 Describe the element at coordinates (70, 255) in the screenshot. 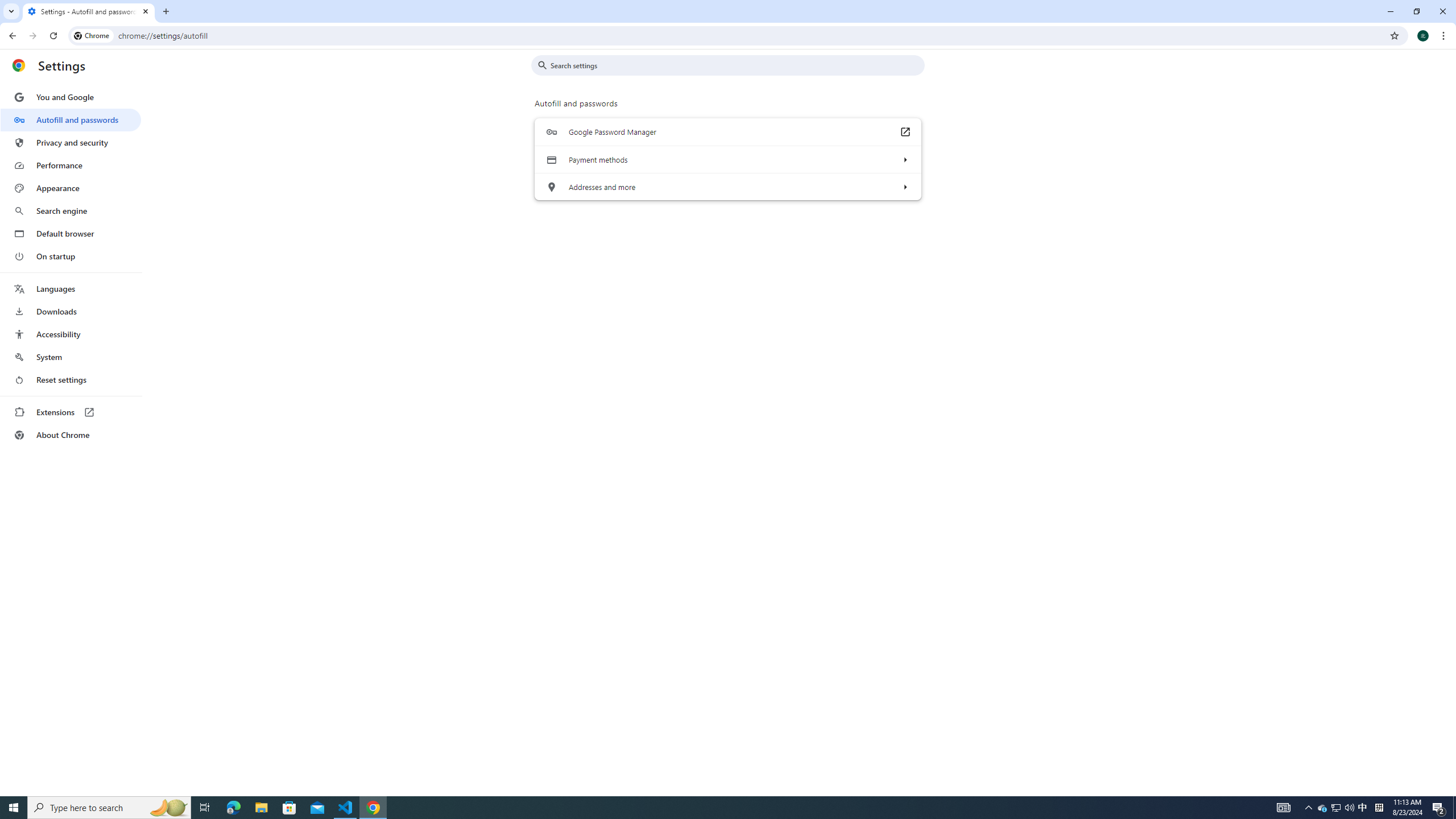

I see `'On startup'` at that location.